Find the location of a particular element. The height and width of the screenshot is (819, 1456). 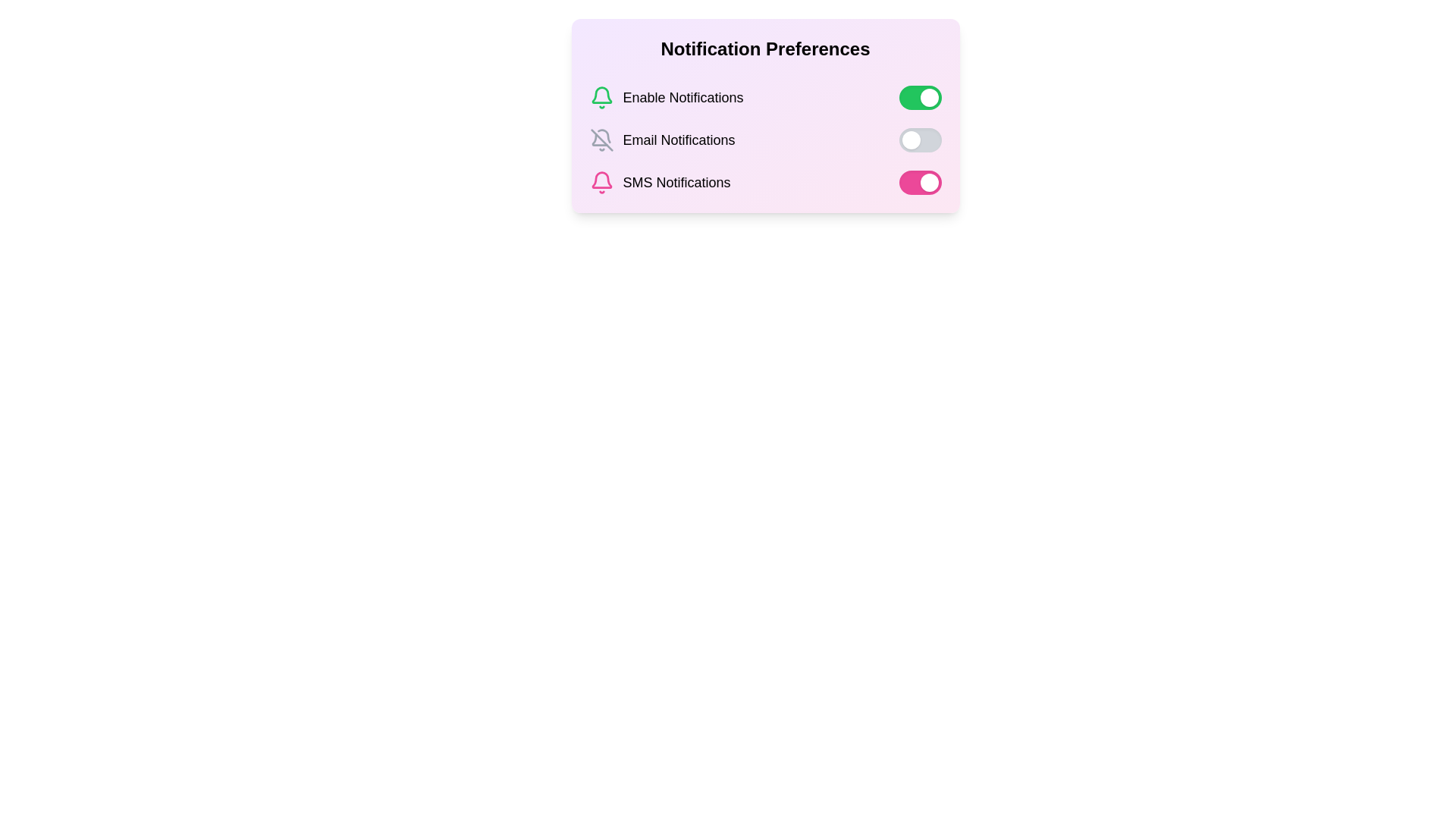

the circular knob on the rightmost end of the toggle switch in the 'SMS Notifications' row is located at coordinates (928, 181).